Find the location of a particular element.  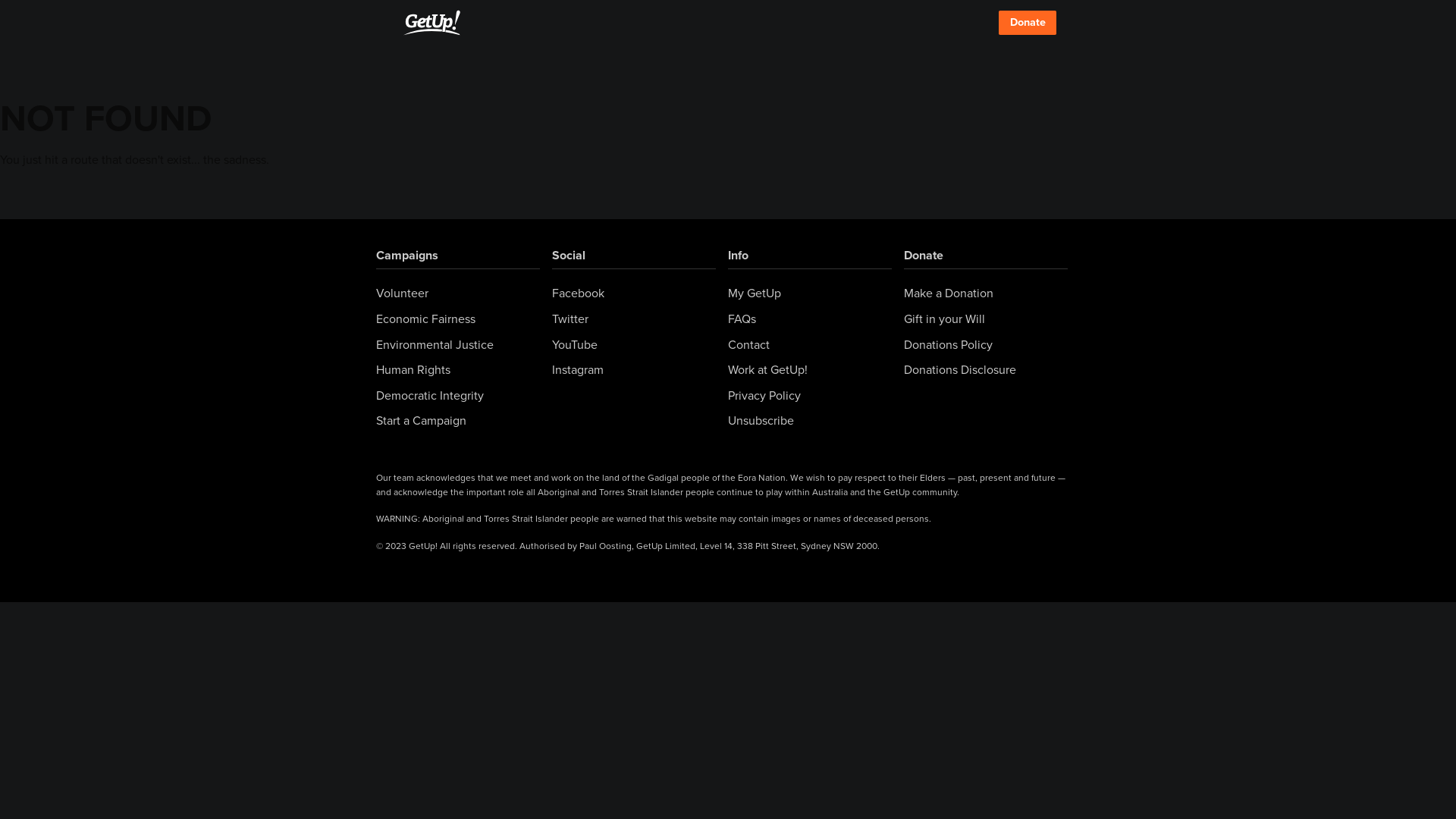

'Twitter' is located at coordinates (551, 318).